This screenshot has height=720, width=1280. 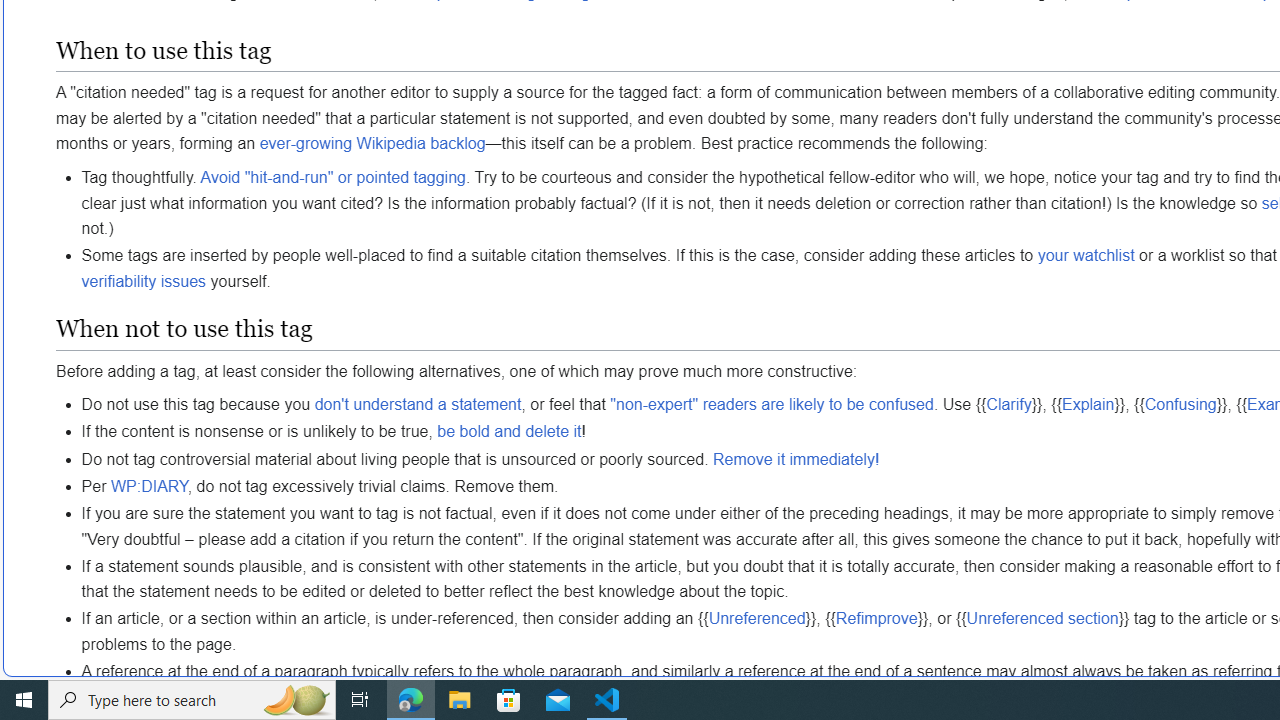 What do you see at coordinates (1087, 405) in the screenshot?
I see `'Explain'` at bounding box center [1087, 405].